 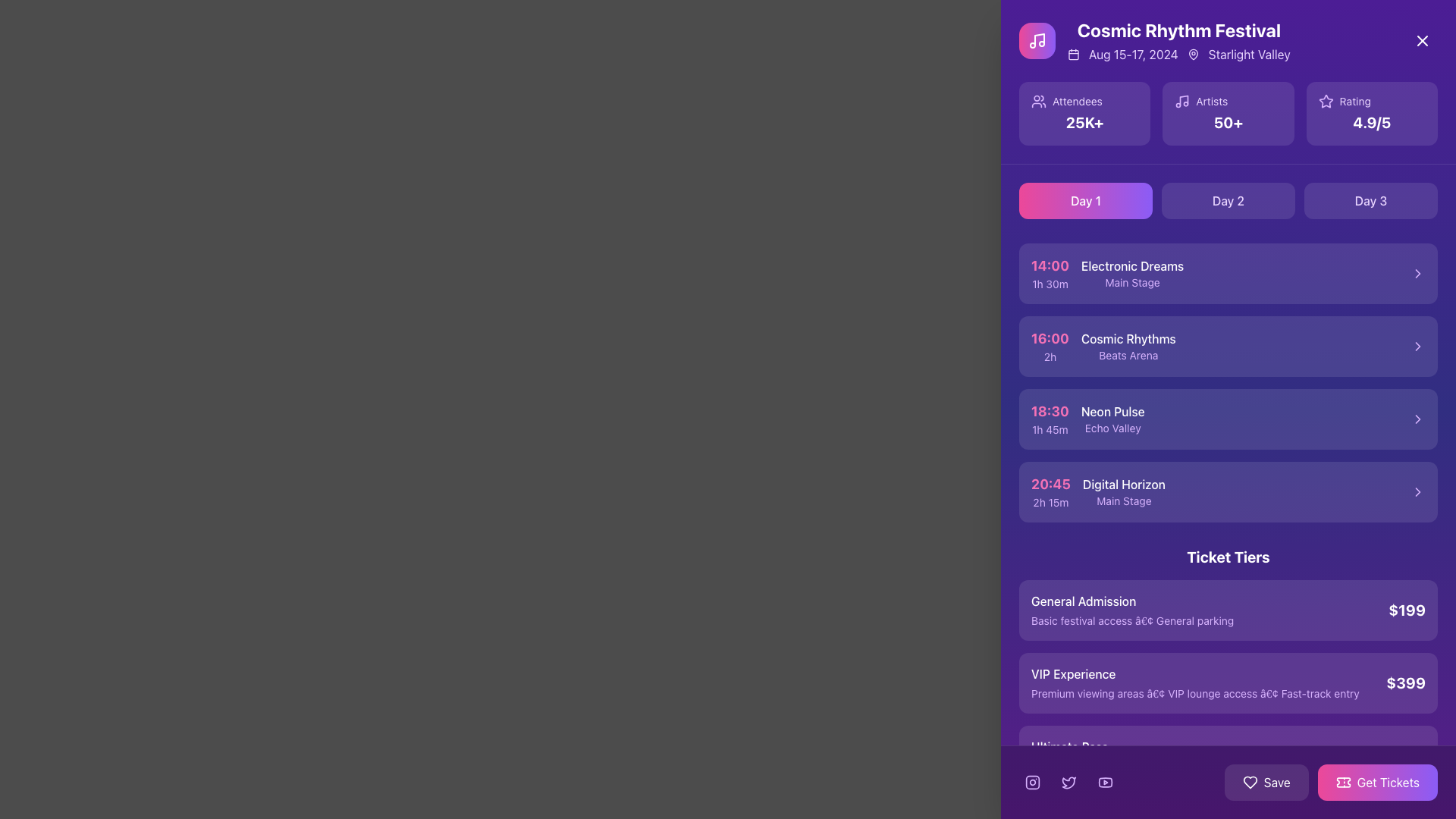 I want to click on the third list item displaying the scheduled festival event 'Neon Pulse', so click(x=1228, y=419).